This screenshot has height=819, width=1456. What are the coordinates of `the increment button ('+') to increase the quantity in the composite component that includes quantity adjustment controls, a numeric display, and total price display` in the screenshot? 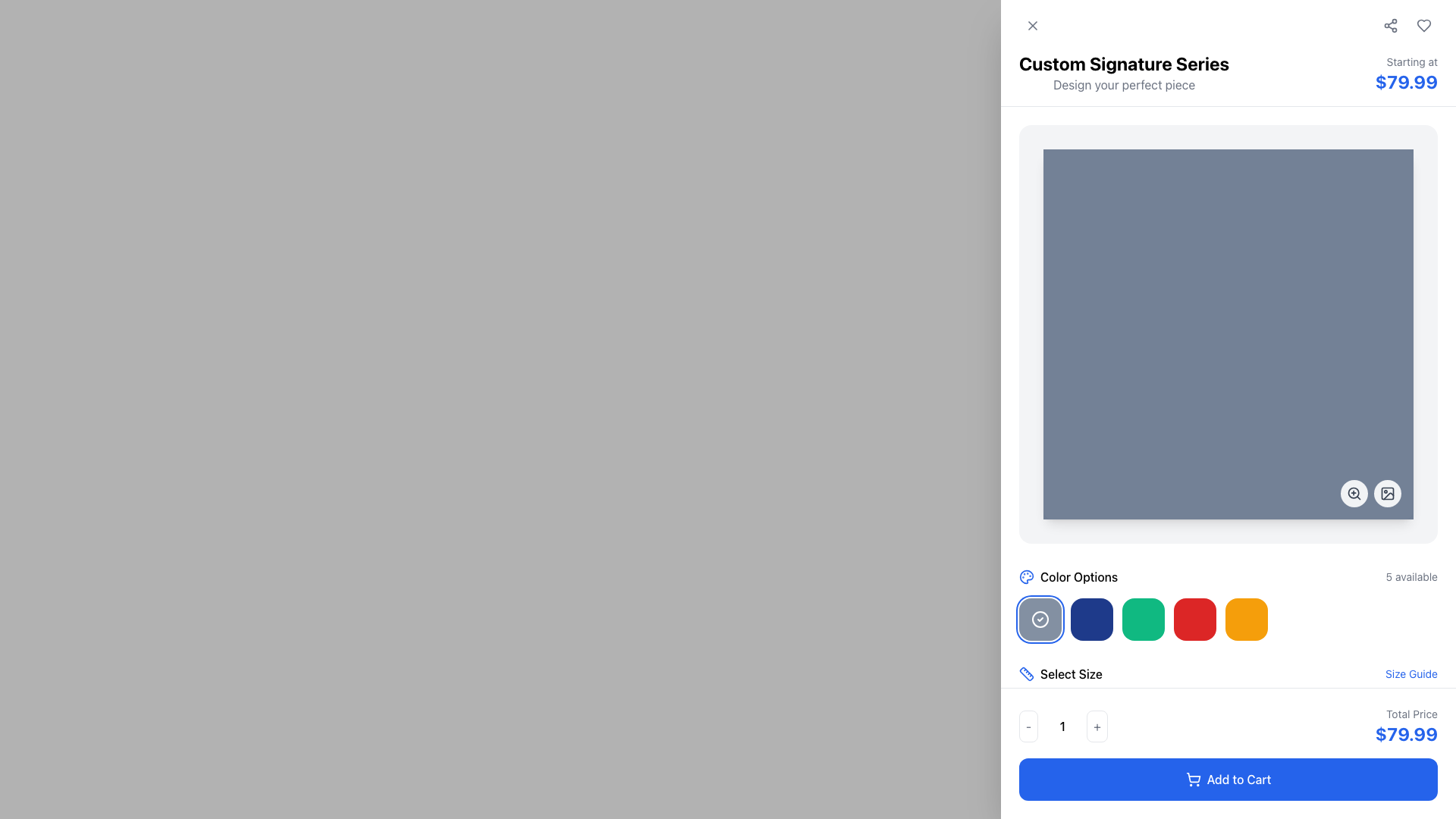 It's located at (1228, 725).